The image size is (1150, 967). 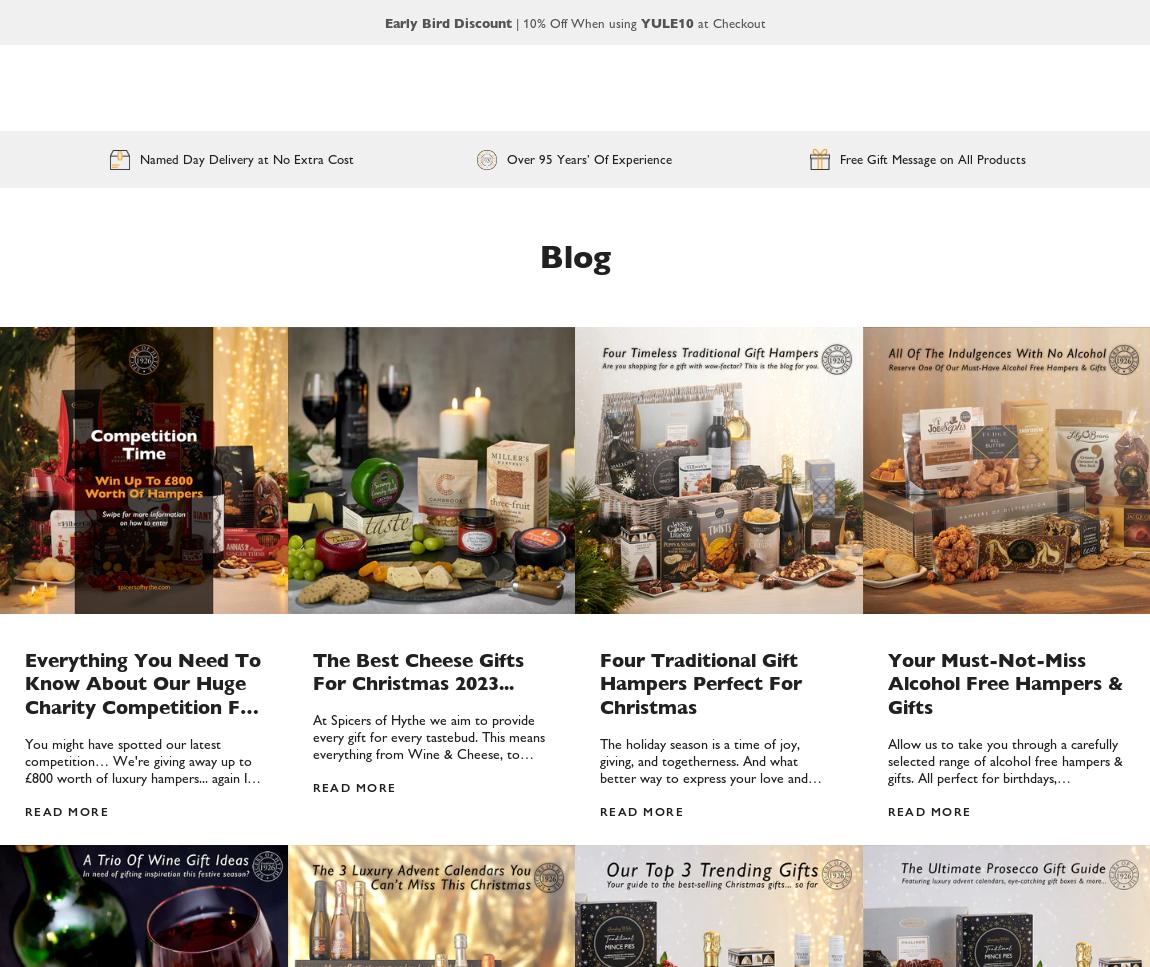 I want to click on '7', so click(x=654, y=653).